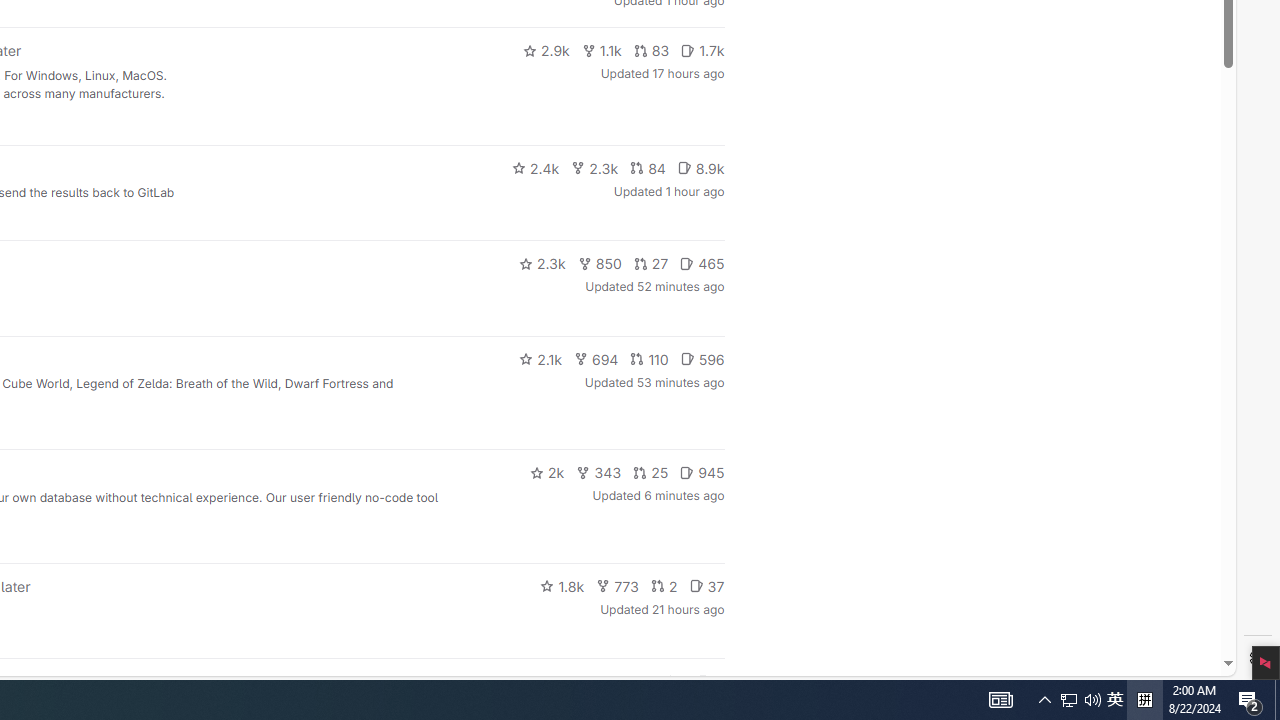 Image resolution: width=1280 pixels, height=720 pixels. Describe the element at coordinates (647, 167) in the screenshot. I see `'84'` at that location.